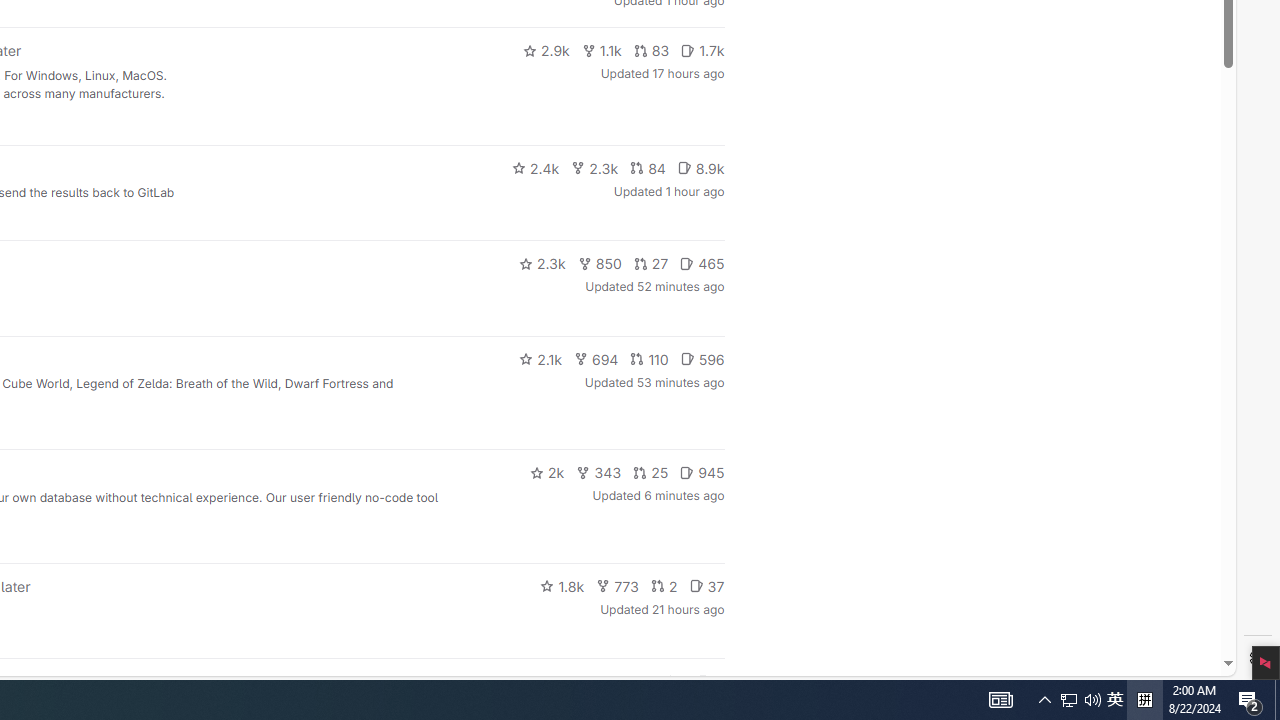 Image resolution: width=1280 pixels, height=720 pixels. Describe the element at coordinates (647, 167) in the screenshot. I see `'84'` at that location.